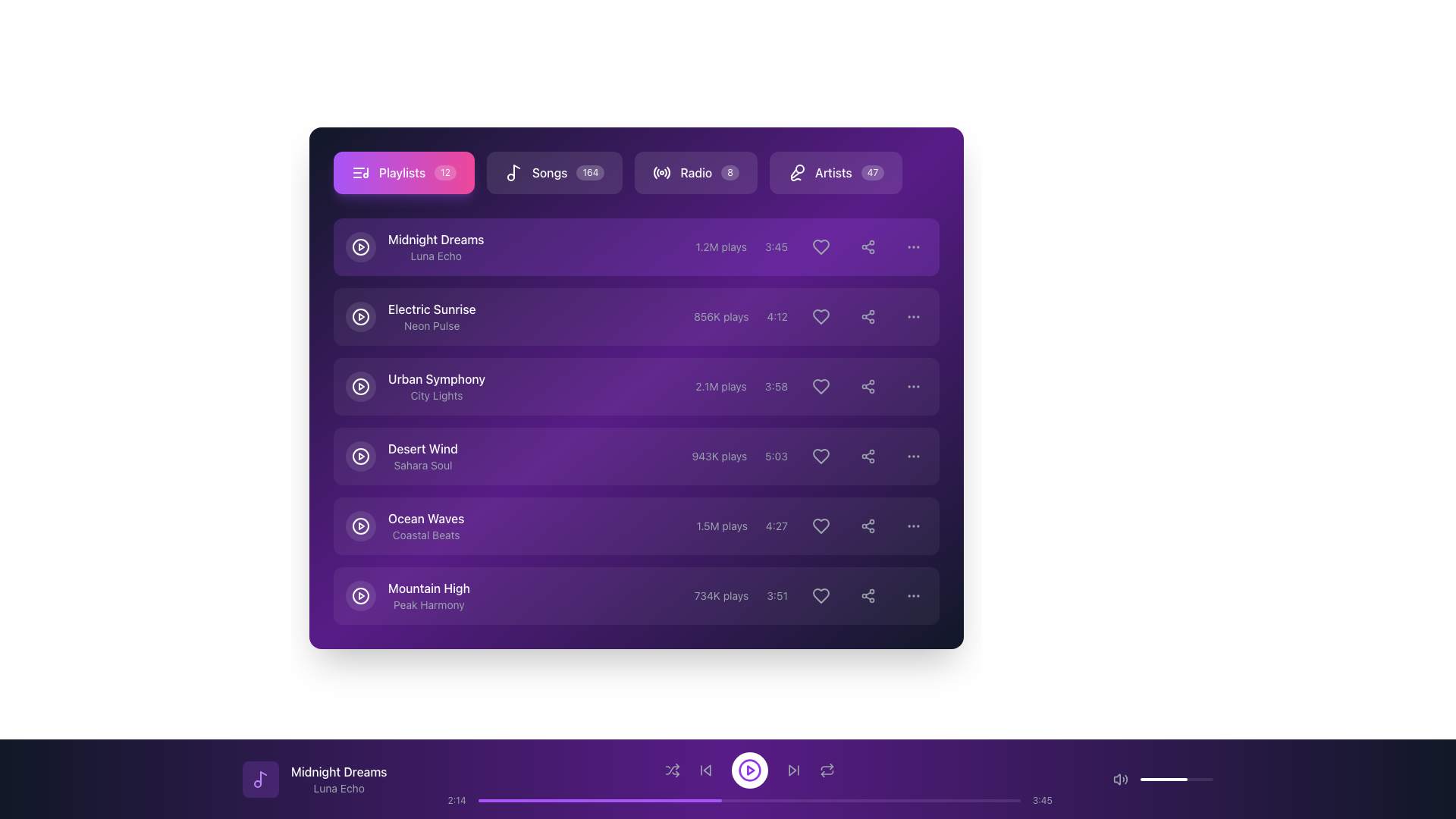 This screenshot has width=1456, height=819. What do you see at coordinates (912, 595) in the screenshot?
I see `the ellipsis icon located to the far right of the last row in the playlist section for keyboard navigation` at bounding box center [912, 595].